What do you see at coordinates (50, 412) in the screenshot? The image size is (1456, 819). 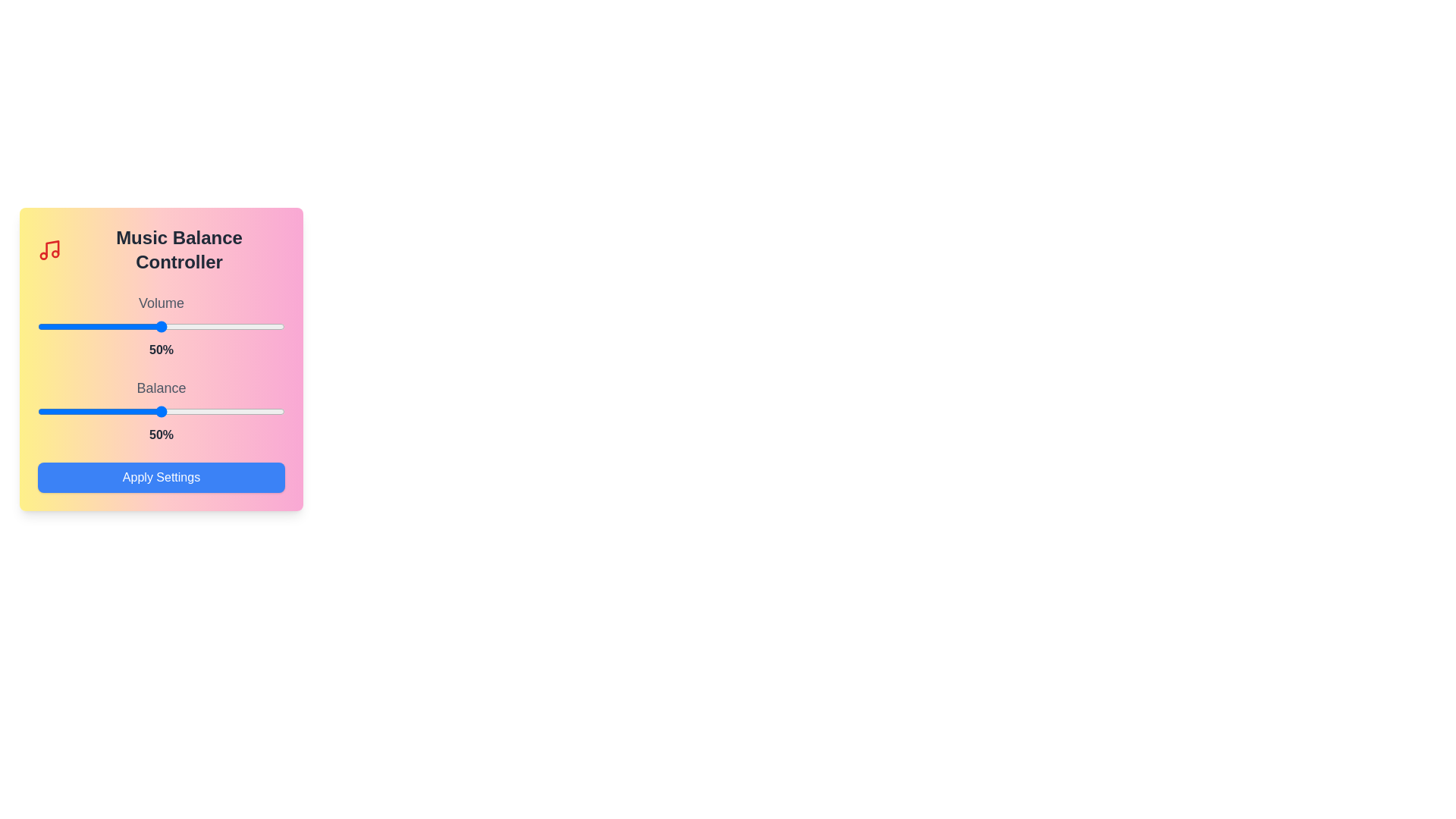 I see `the balance slider to 5%` at bounding box center [50, 412].